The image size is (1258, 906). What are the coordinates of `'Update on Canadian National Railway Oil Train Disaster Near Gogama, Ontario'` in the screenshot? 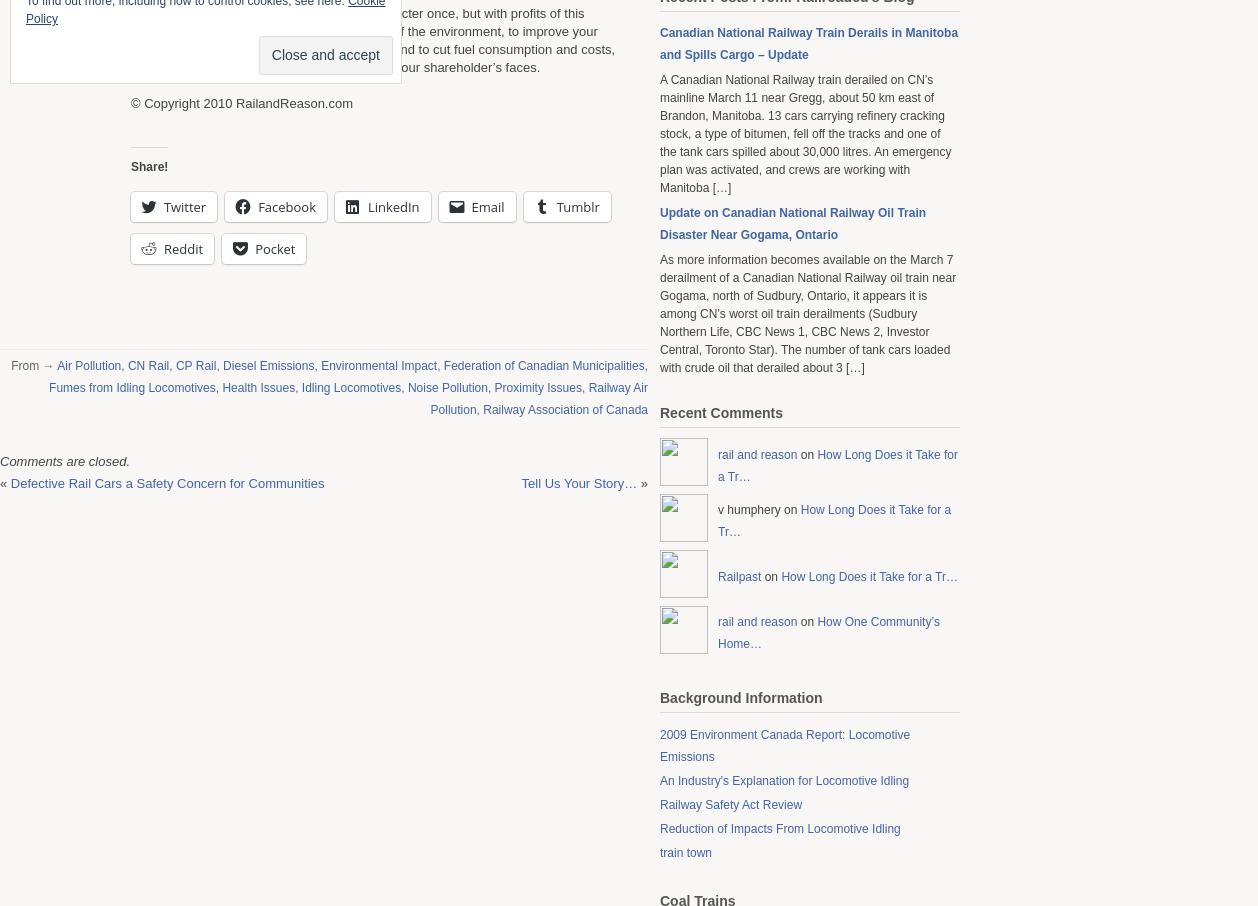 It's located at (793, 222).